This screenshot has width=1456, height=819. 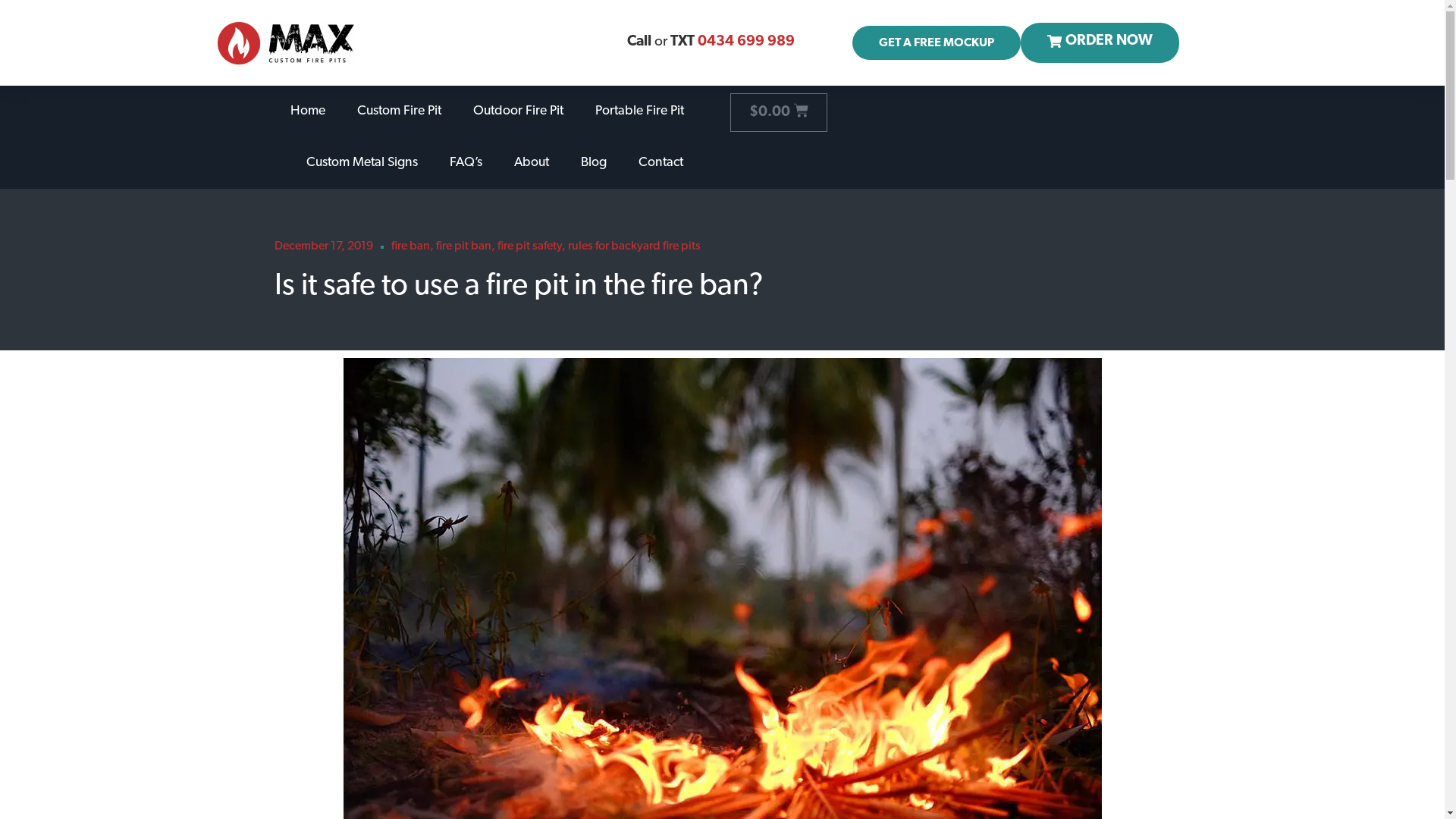 I want to click on 'Blog', so click(x=580, y=163).